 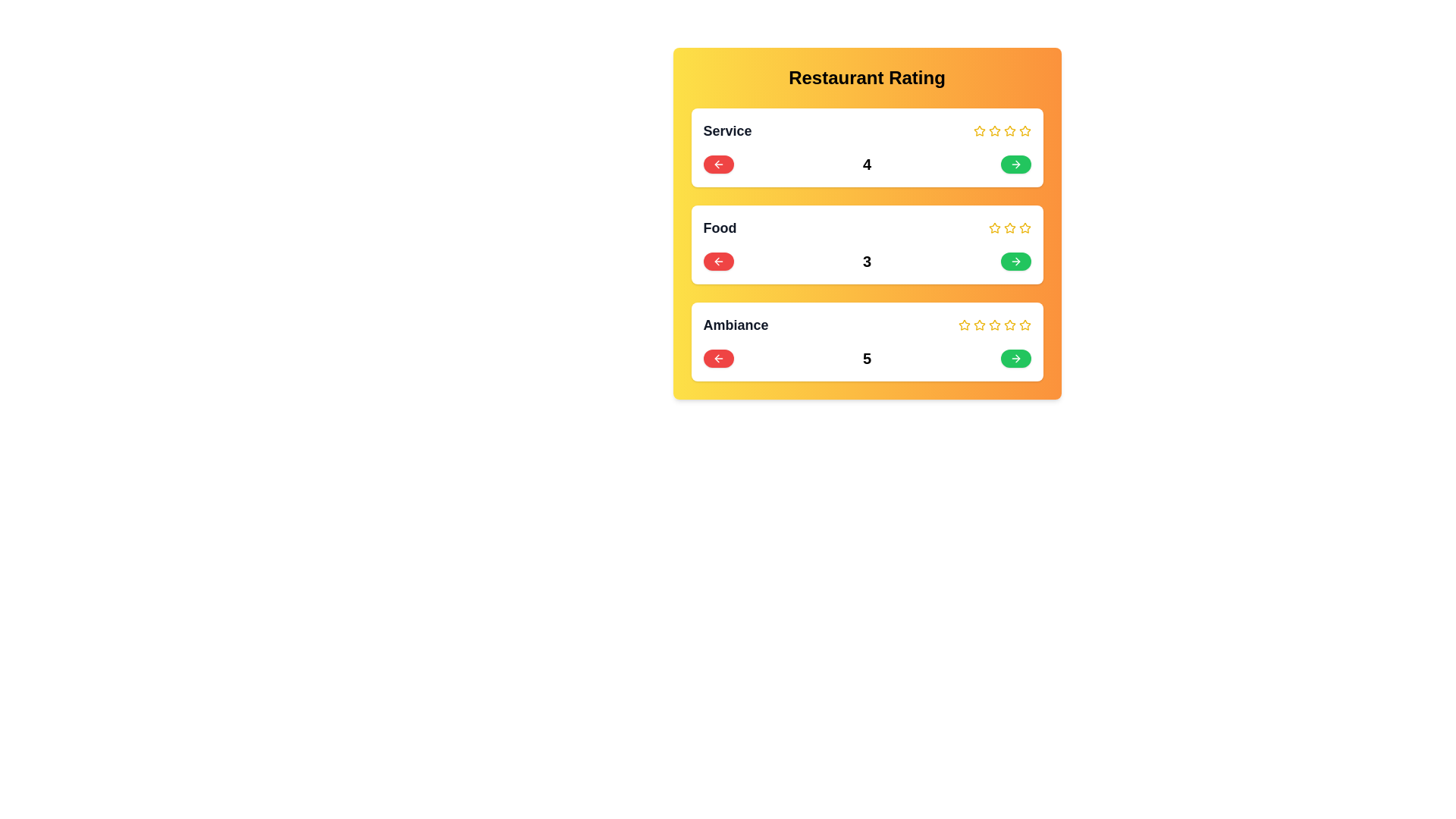 What do you see at coordinates (963, 324) in the screenshot?
I see `the second star from the left in the row of five stars located in the 'Ambiance' rating section` at bounding box center [963, 324].